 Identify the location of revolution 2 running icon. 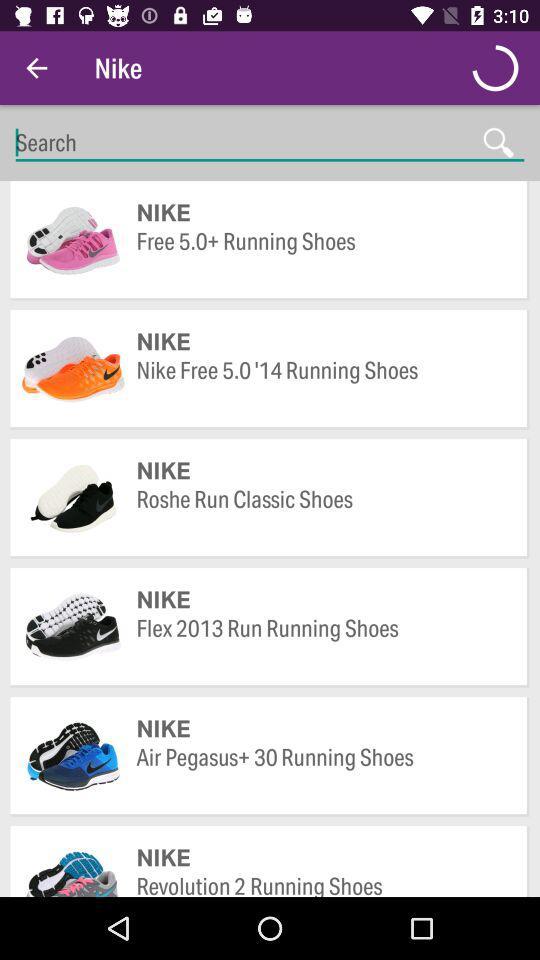
(322, 883).